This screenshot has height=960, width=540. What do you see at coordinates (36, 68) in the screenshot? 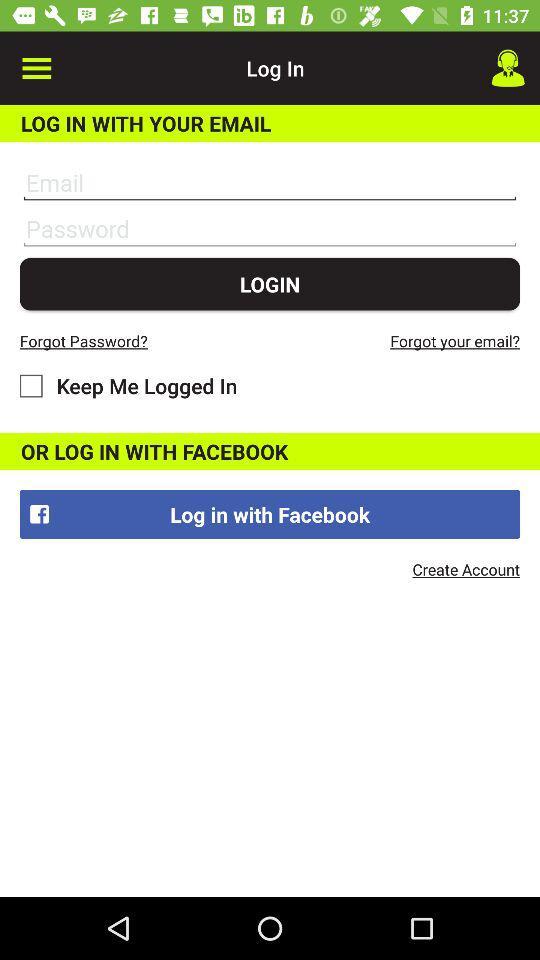
I see `icon next to the log in item` at bounding box center [36, 68].